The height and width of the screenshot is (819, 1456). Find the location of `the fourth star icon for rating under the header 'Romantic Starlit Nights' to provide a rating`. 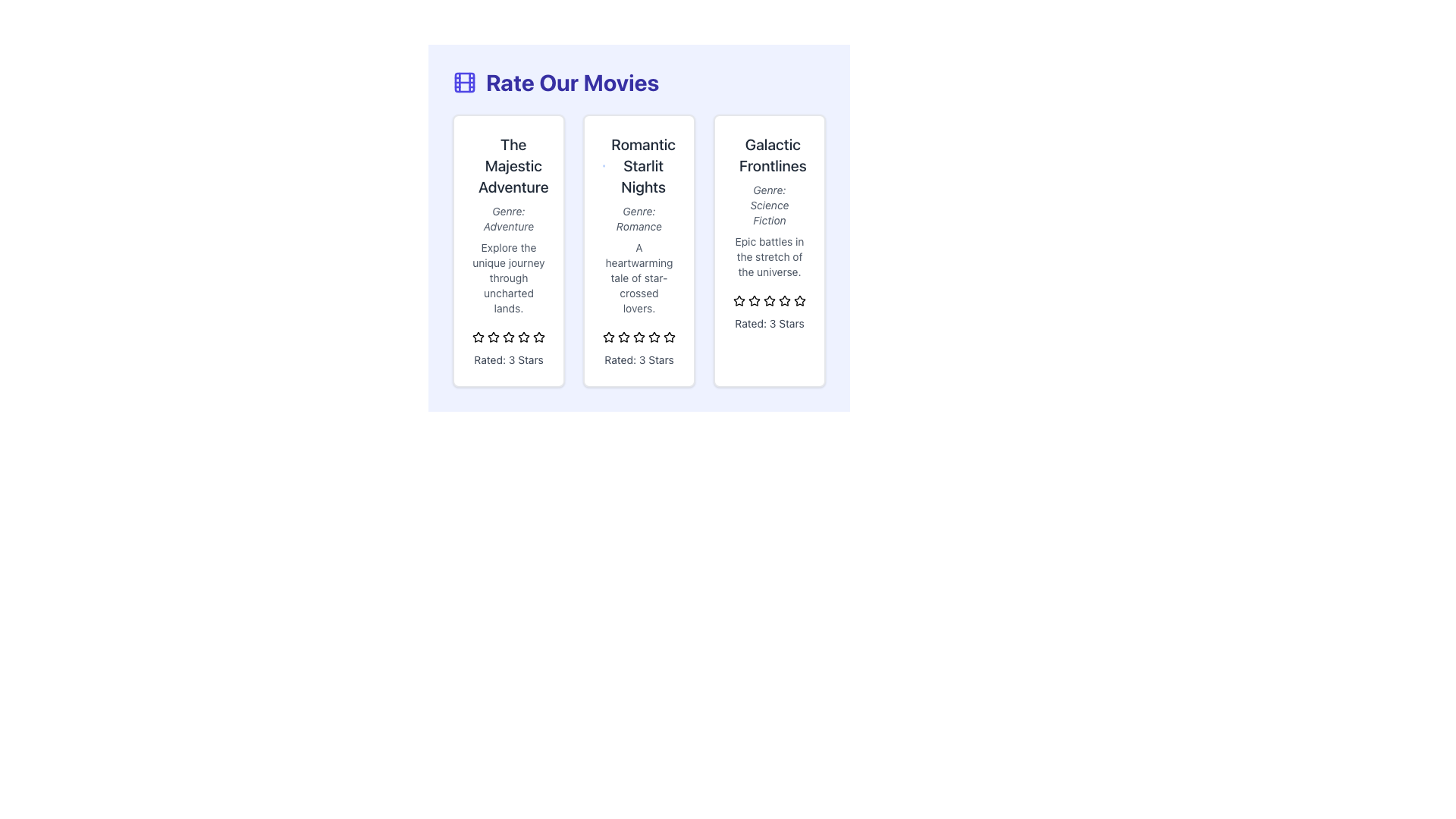

the fourth star icon for rating under the header 'Romantic Starlit Nights' to provide a rating is located at coordinates (654, 336).